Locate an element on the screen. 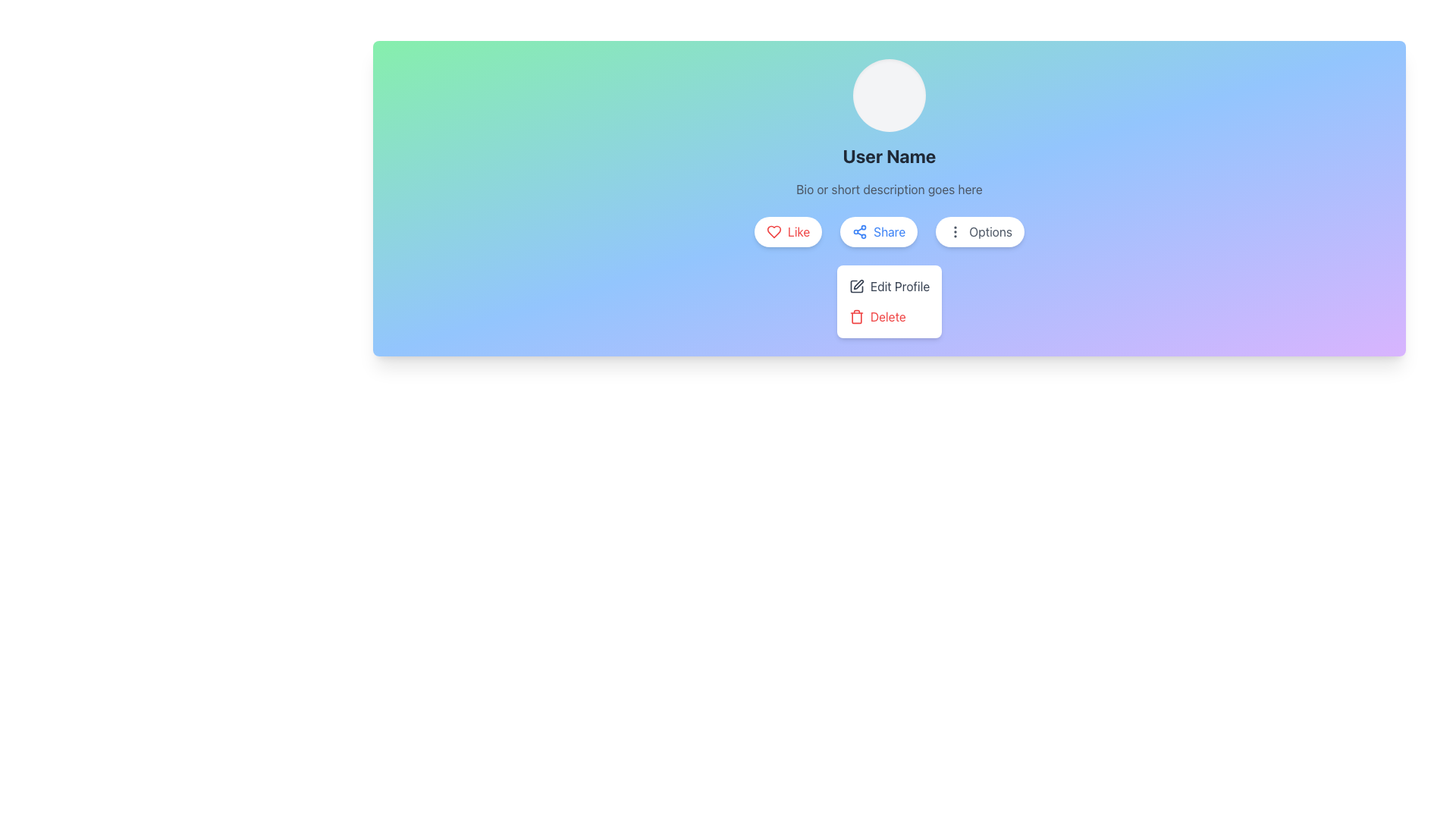  the pen-in-square icon located to the left of the 'Edit Profile' button, which is part of the user information section is located at coordinates (856, 287).